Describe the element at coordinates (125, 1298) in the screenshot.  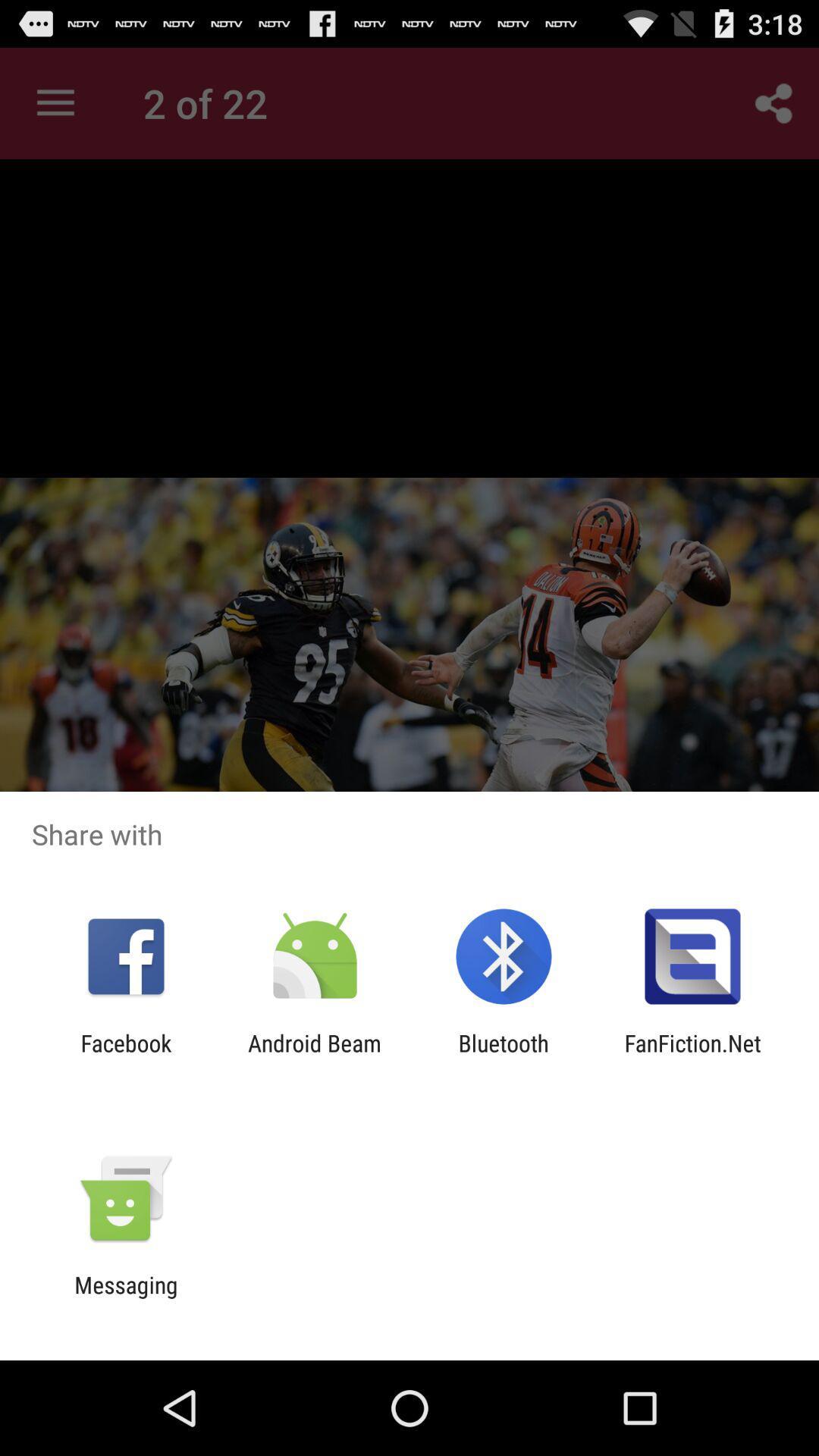
I see `messaging app` at that location.